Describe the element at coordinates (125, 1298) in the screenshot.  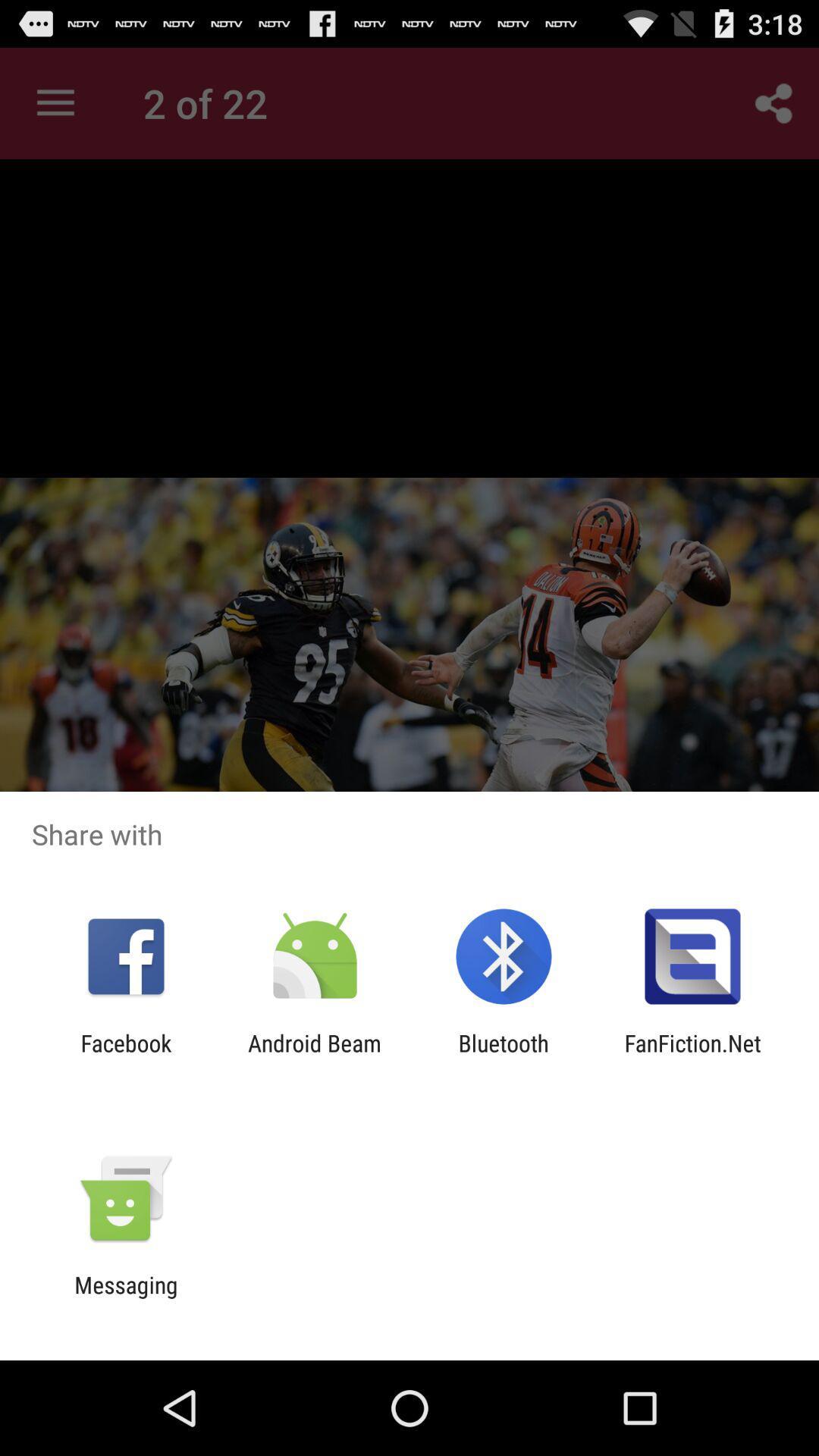
I see `messaging app` at that location.